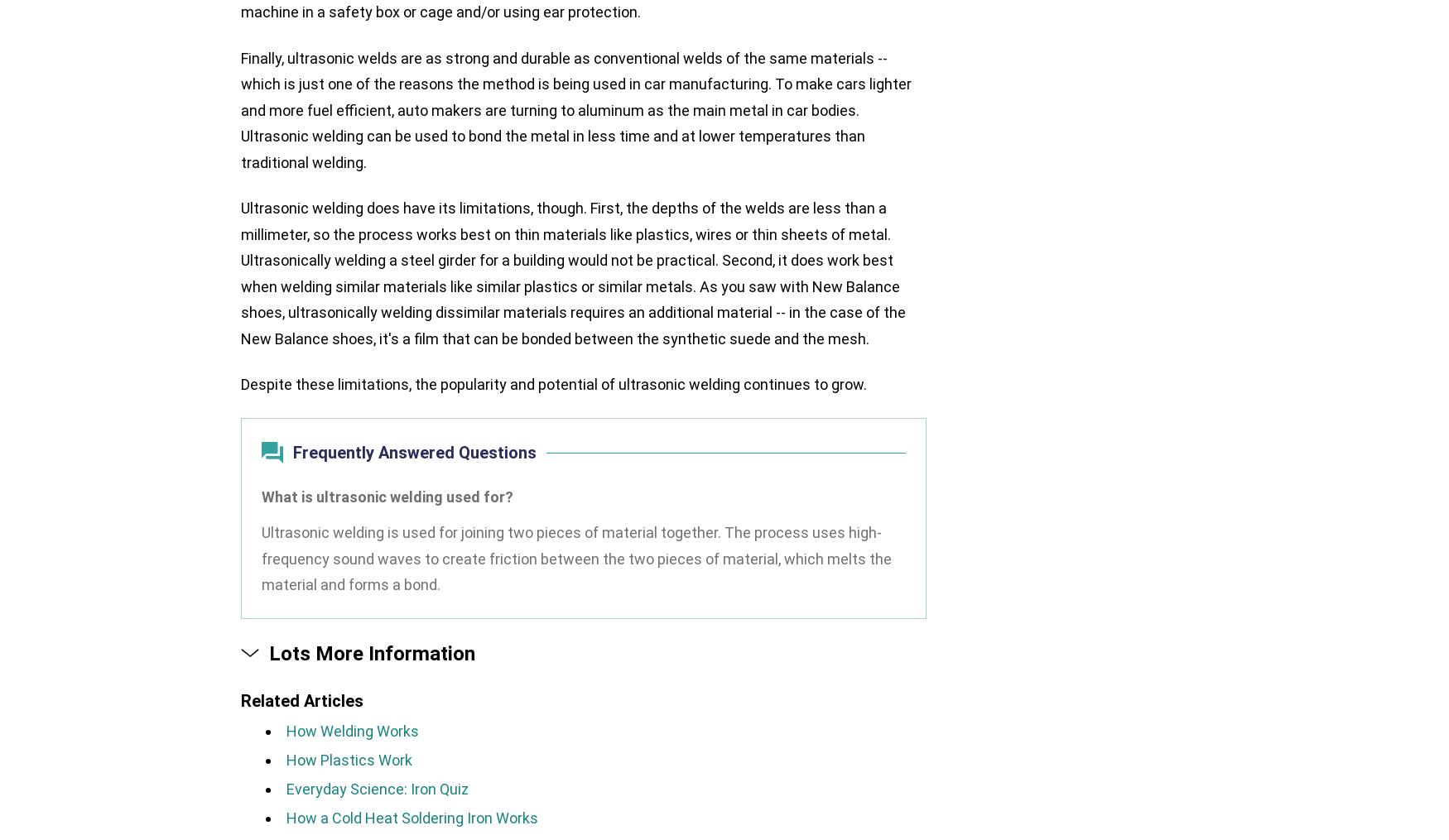 This screenshot has width=1449, height=840. Describe the element at coordinates (348, 758) in the screenshot. I see `'How Plastics Work'` at that location.